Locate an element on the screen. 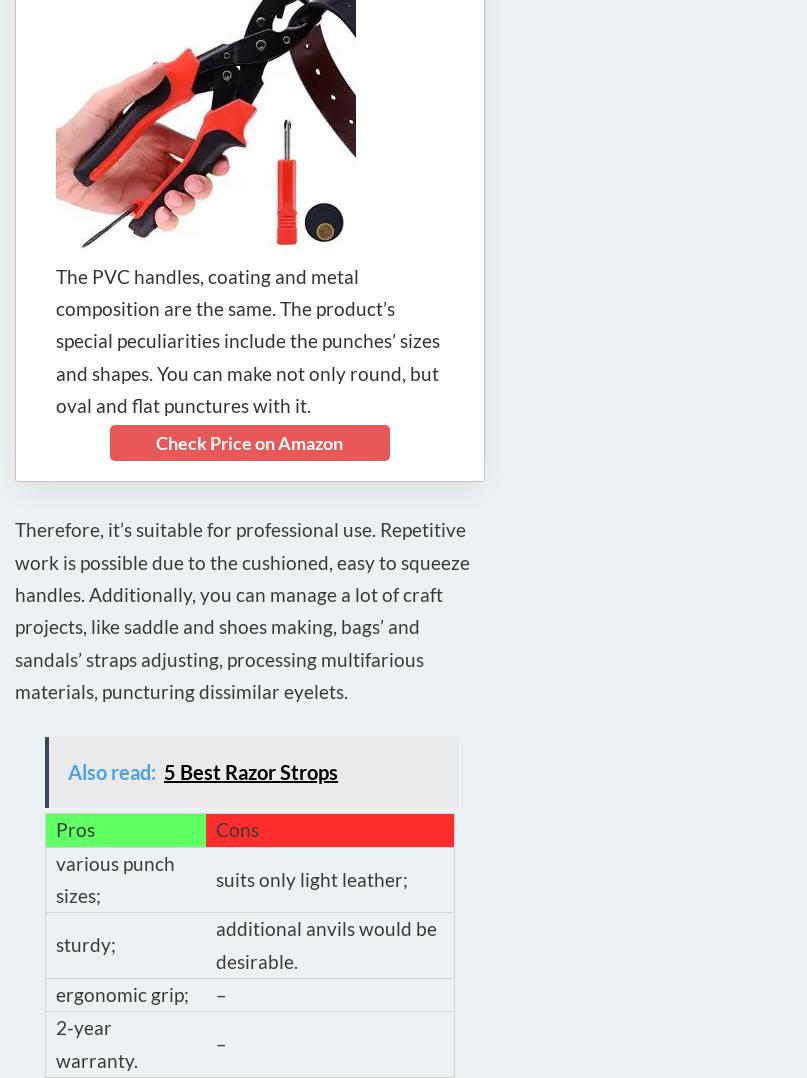  '5 Best Razor Strops' is located at coordinates (163, 770).